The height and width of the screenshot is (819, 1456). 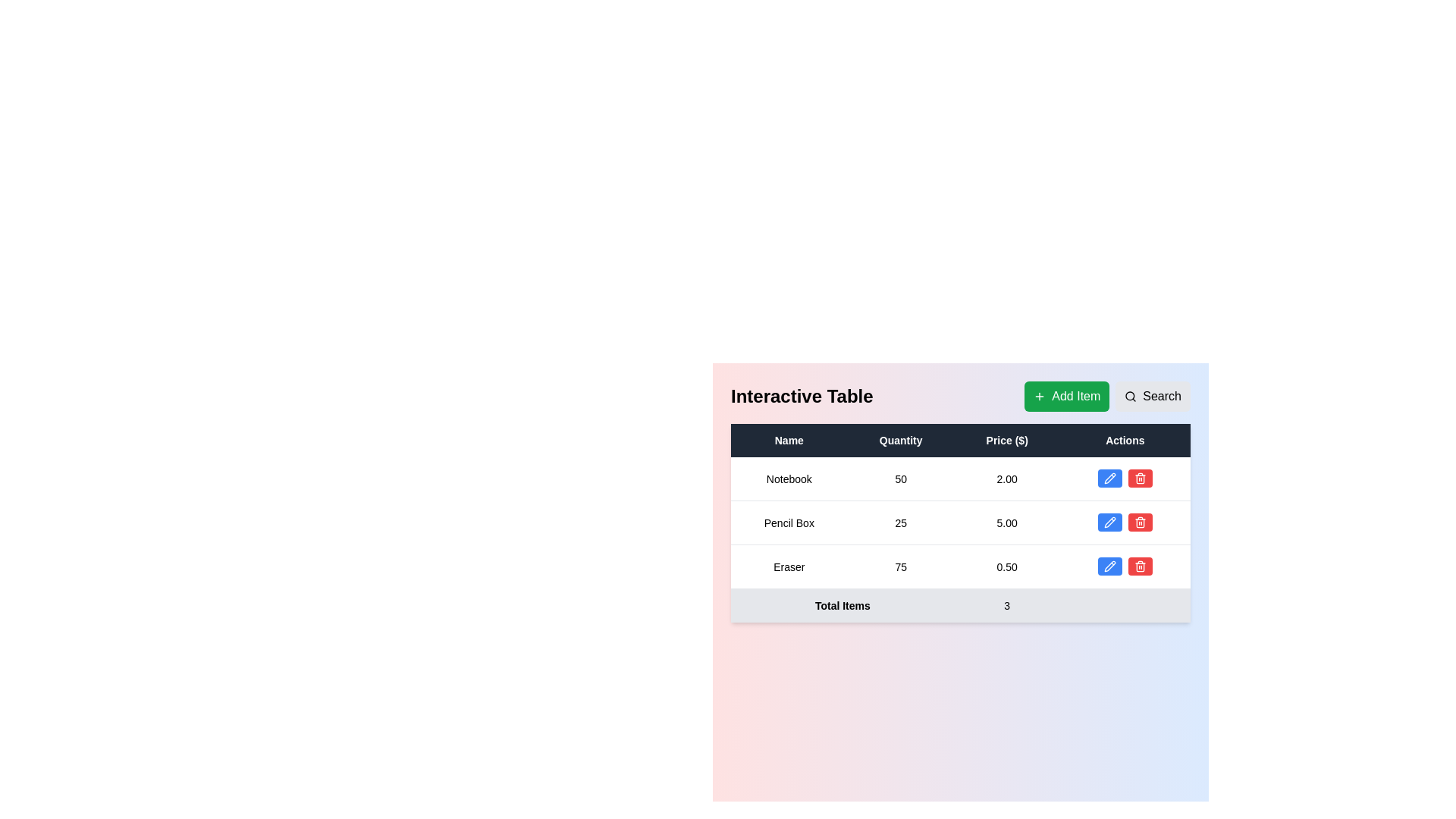 I want to click on the edit icon located in the 'Actions' column of the second row in the table to initiate editing for the 'Pencil Box' item, so click(x=1109, y=522).